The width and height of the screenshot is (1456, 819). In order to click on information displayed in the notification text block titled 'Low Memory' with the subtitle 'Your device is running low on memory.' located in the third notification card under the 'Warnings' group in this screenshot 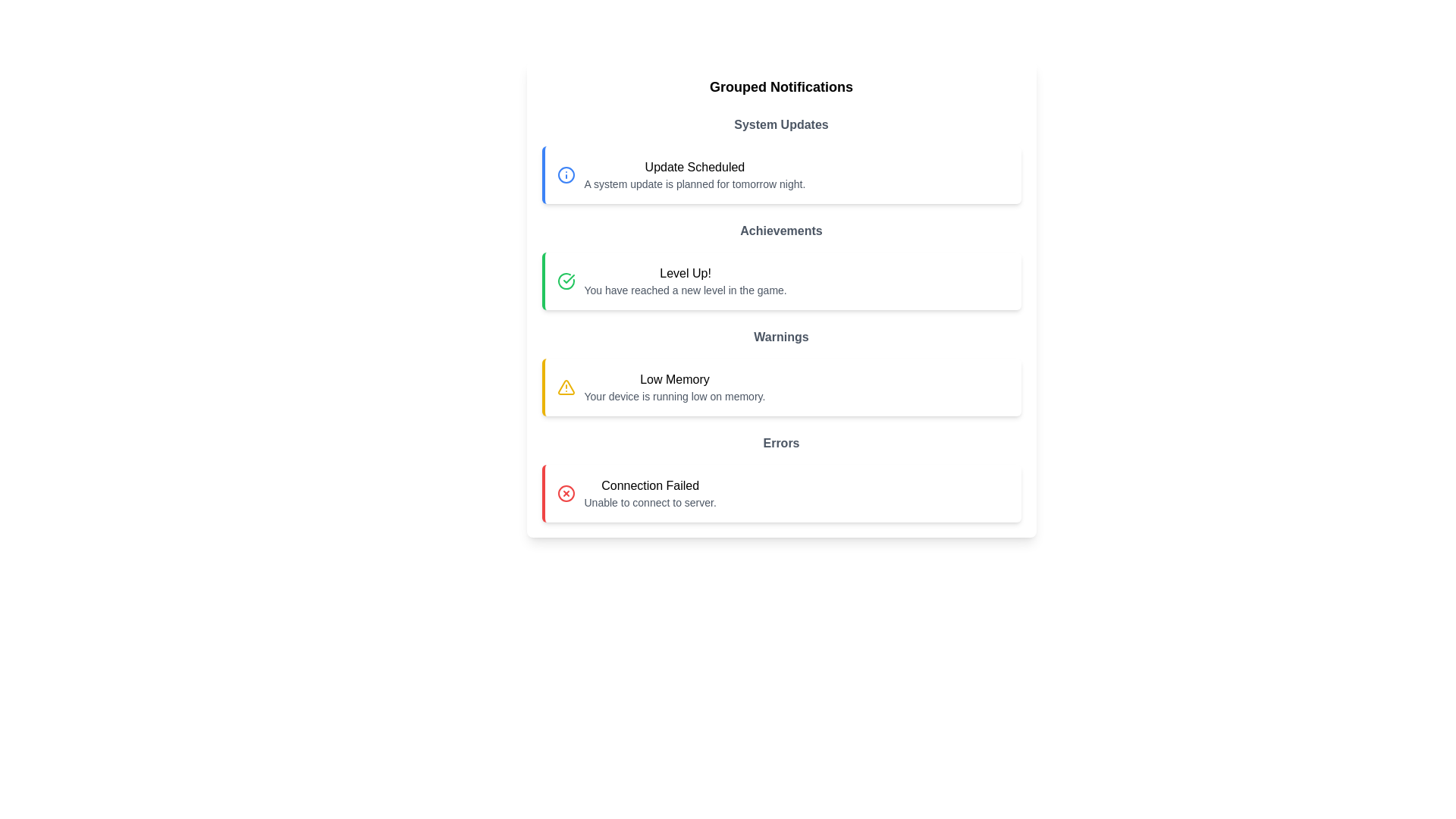, I will do `click(673, 386)`.